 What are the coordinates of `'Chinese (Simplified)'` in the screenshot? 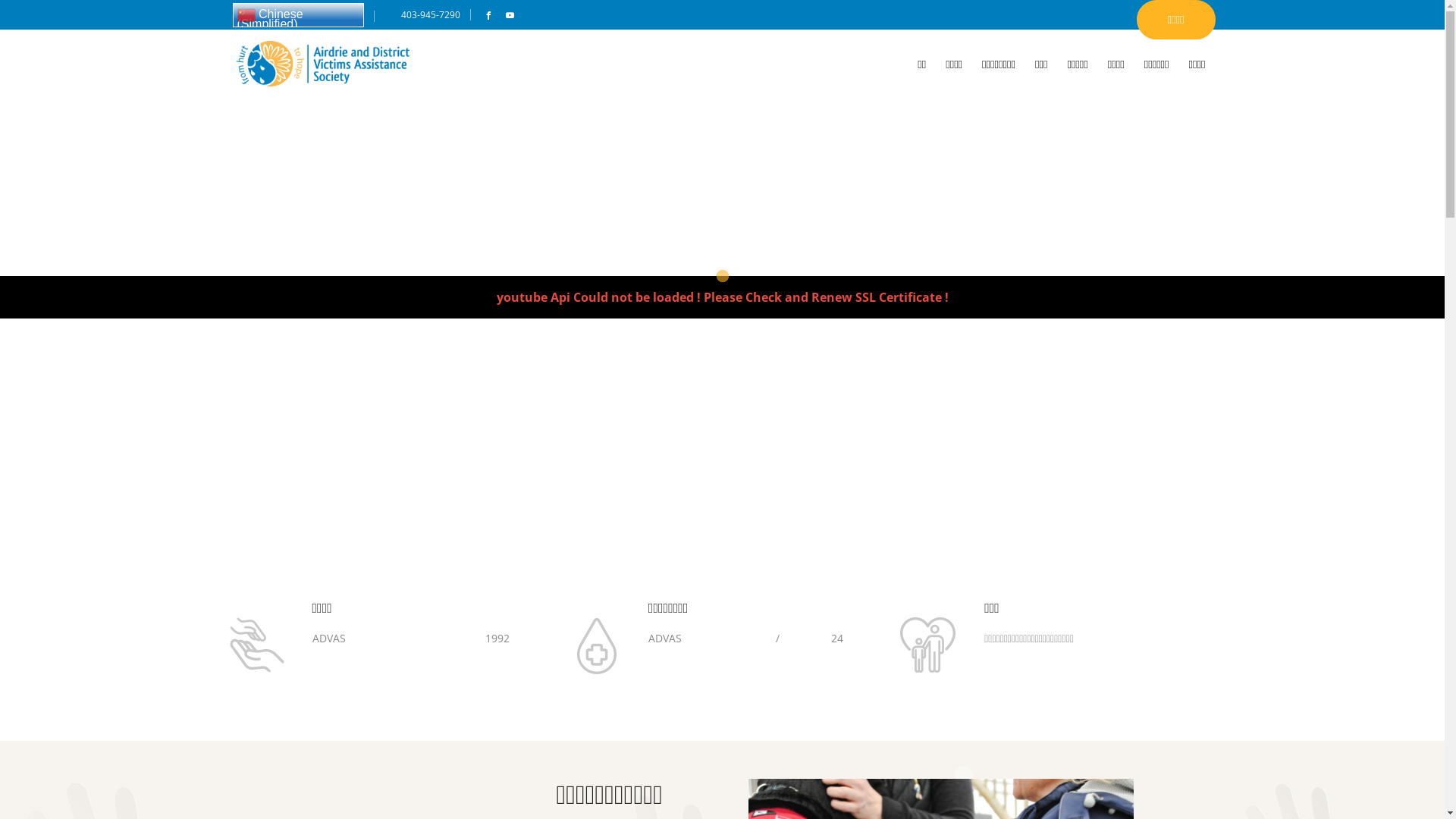 It's located at (231, 14).